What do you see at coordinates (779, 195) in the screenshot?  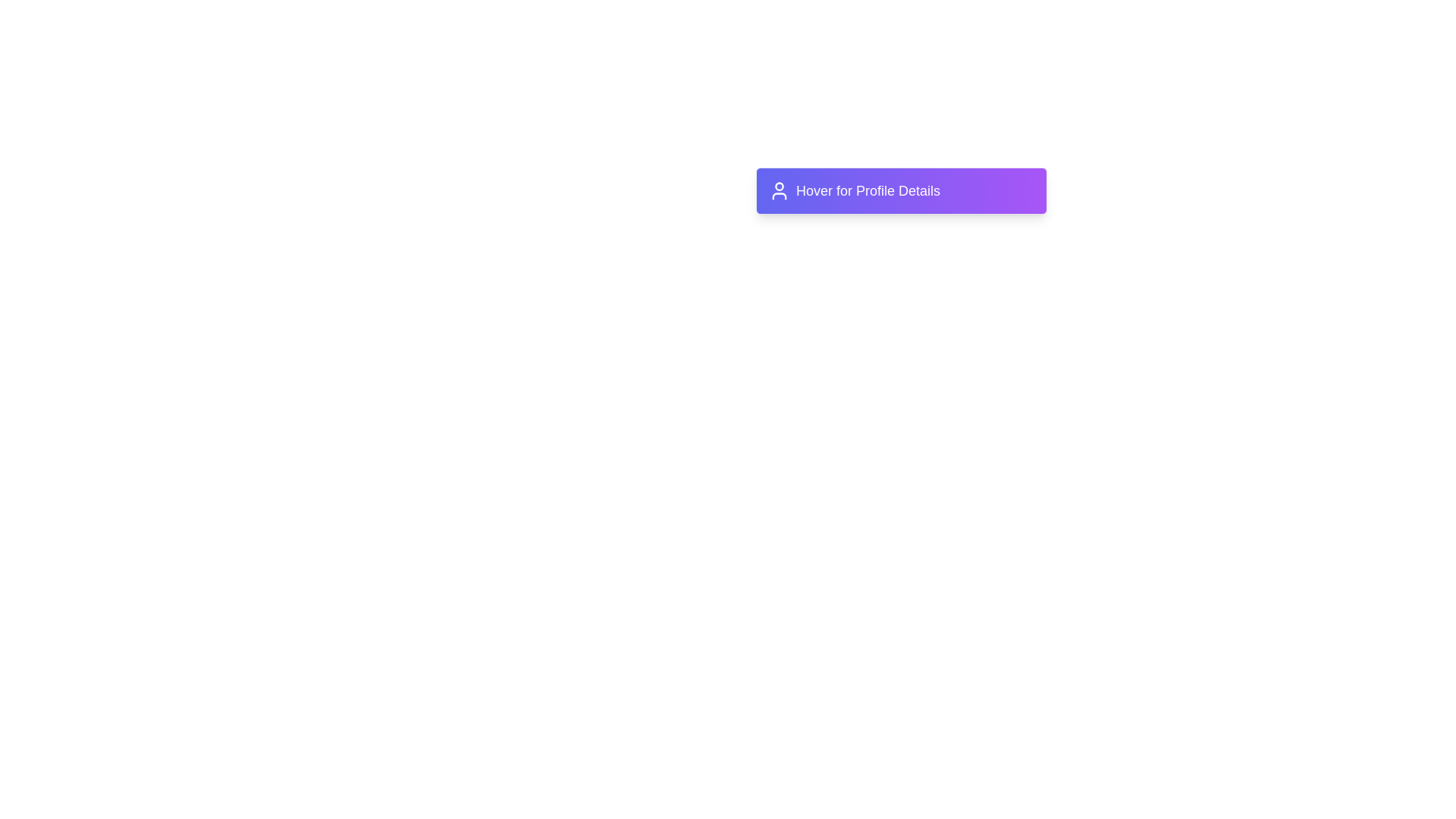 I see `the body part of the user icon, which is a rounded bottom rectangle located centrally beneath the circular head in the SVG graphic` at bounding box center [779, 195].